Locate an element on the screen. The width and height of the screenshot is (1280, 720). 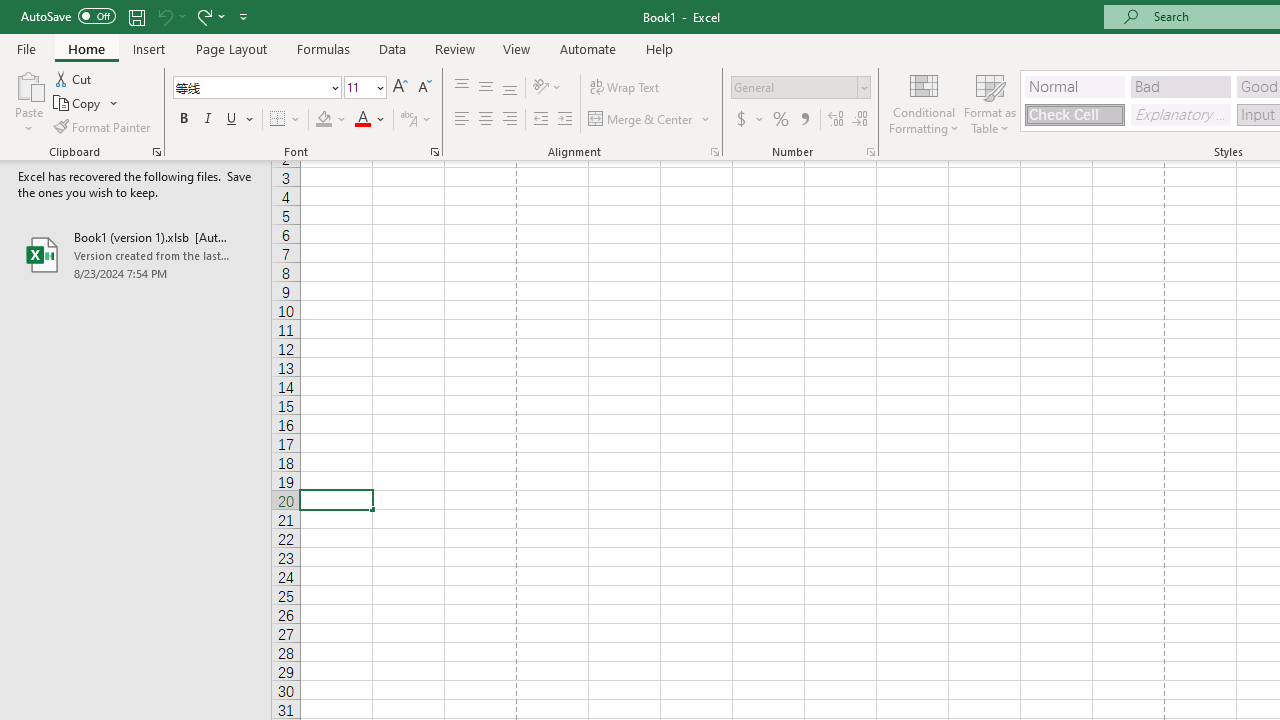
'Home' is located at coordinates (85, 48).